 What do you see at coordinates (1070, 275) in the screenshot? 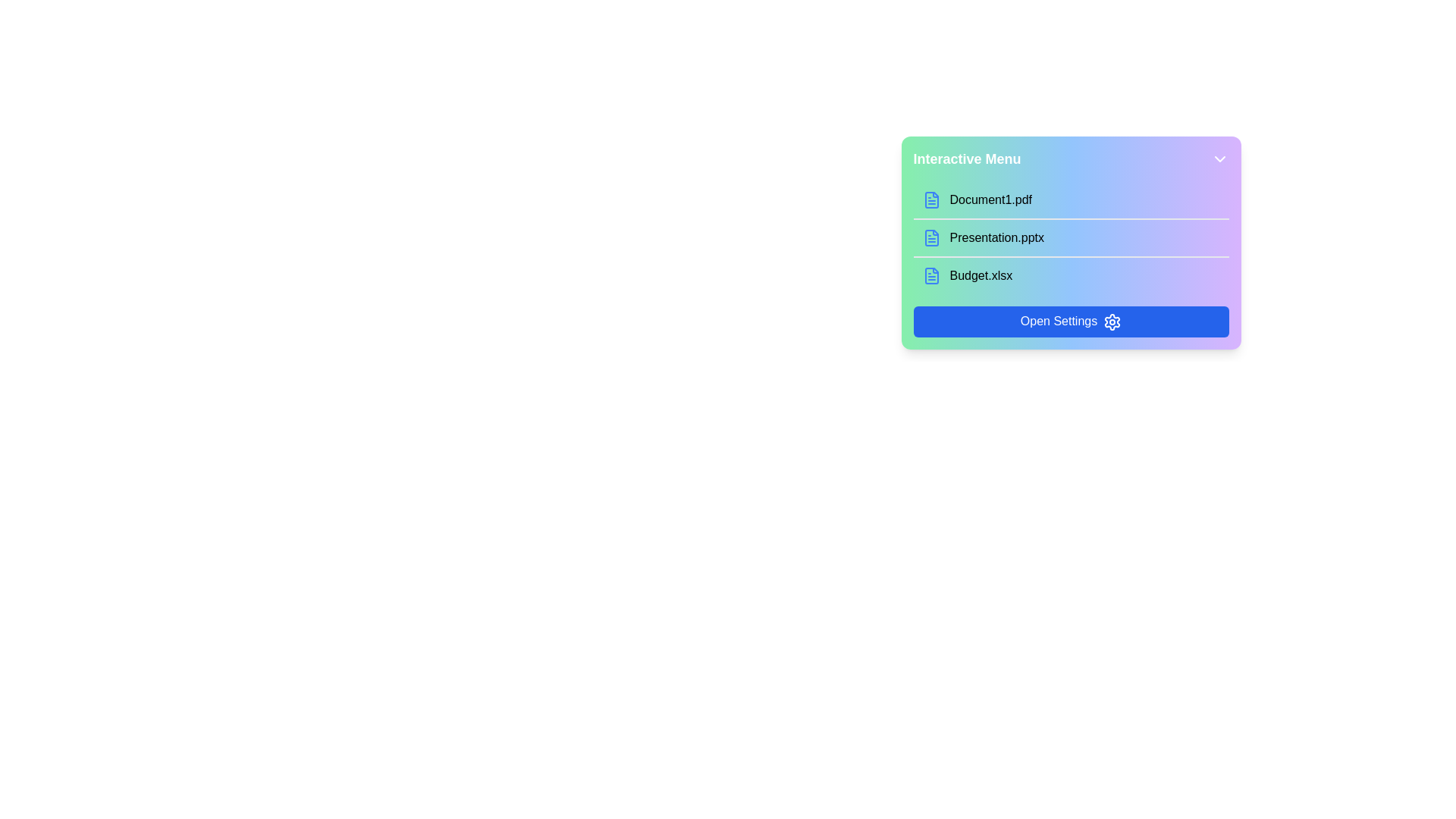
I see `the list item displaying 'Budget.xlsx'` at bounding box center [1070, 275].